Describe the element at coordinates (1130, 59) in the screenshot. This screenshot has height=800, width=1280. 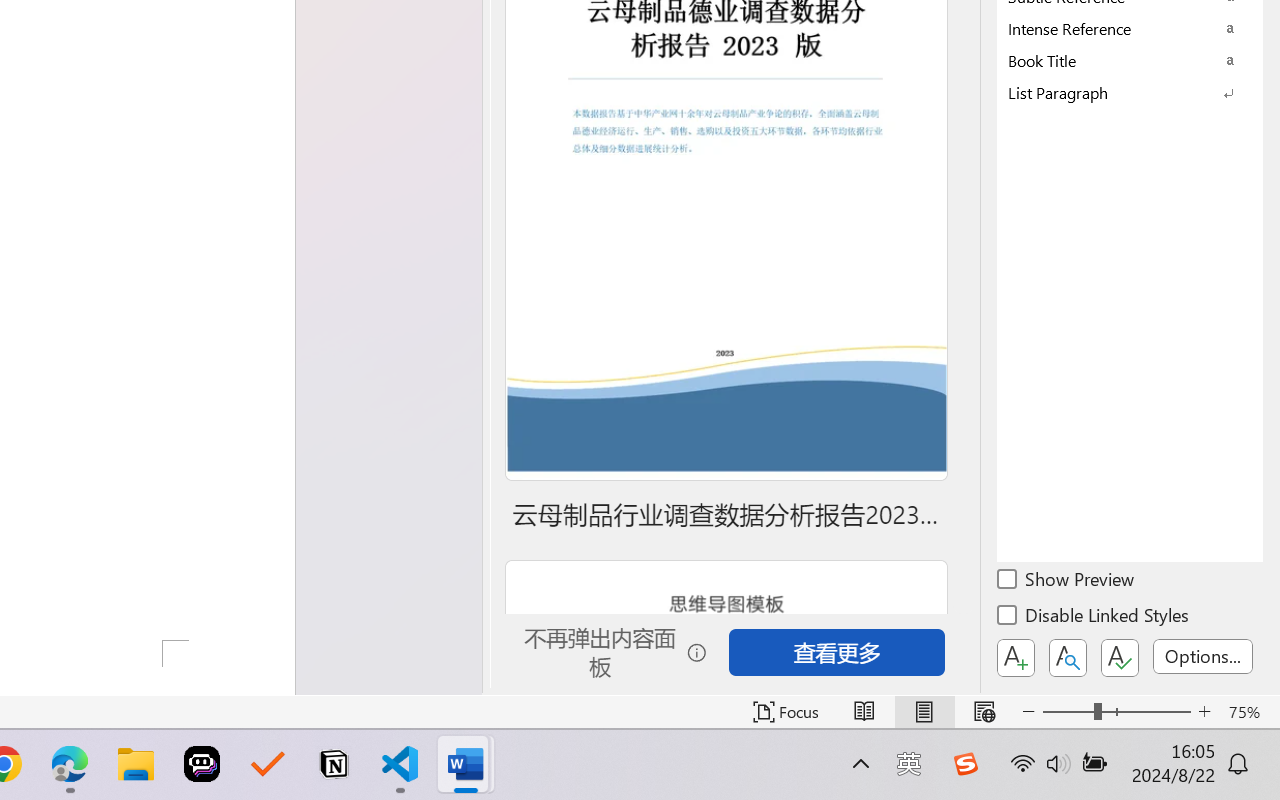
I see `'Book Title'` at that location.